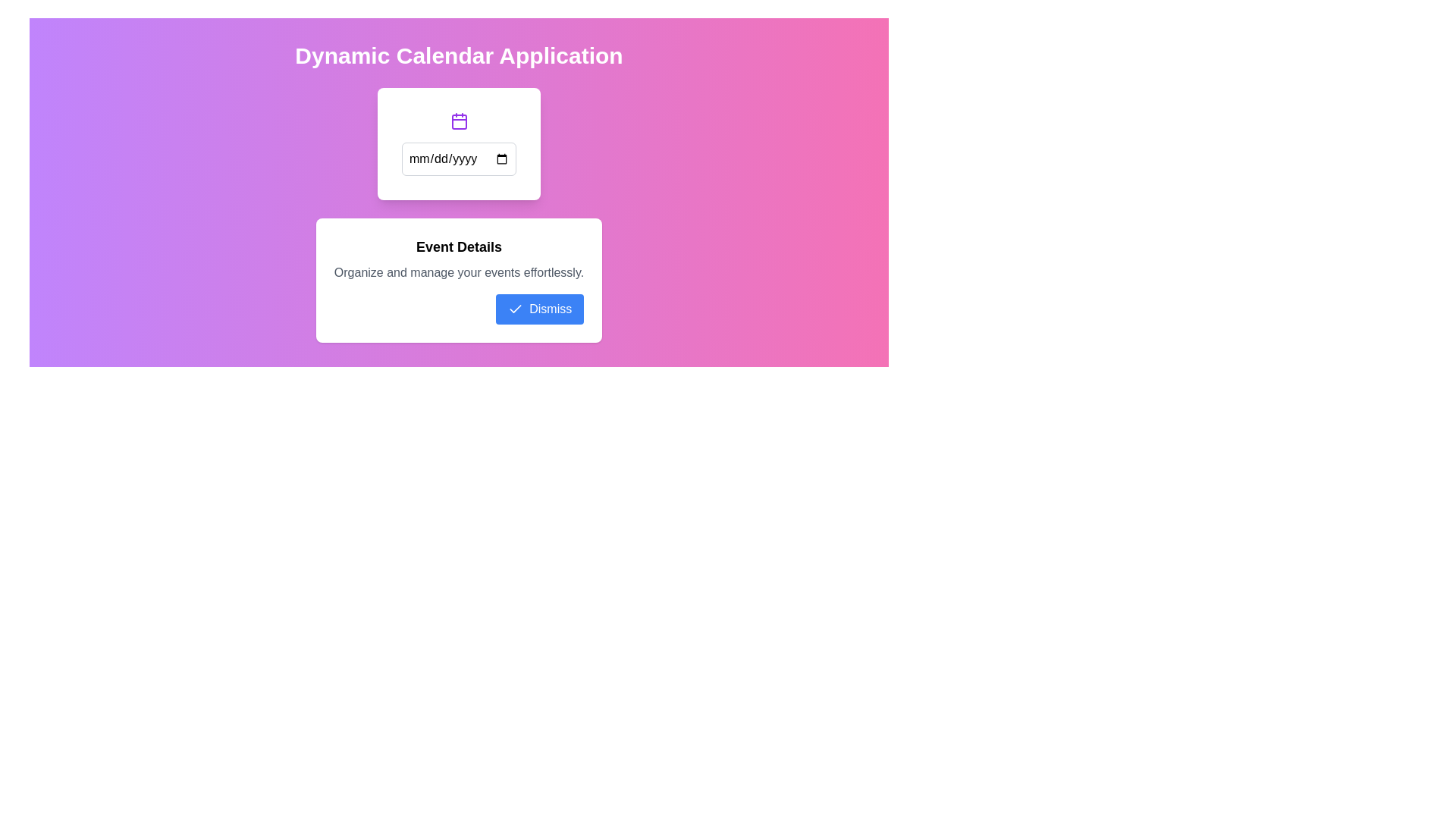 This screenshot has width=1456, height=819. I want to click on the Date input field, which is a text input box with rounded corners and a placeholder text 'mm/dd/yyyy', to focus and type, so click(458, 158).